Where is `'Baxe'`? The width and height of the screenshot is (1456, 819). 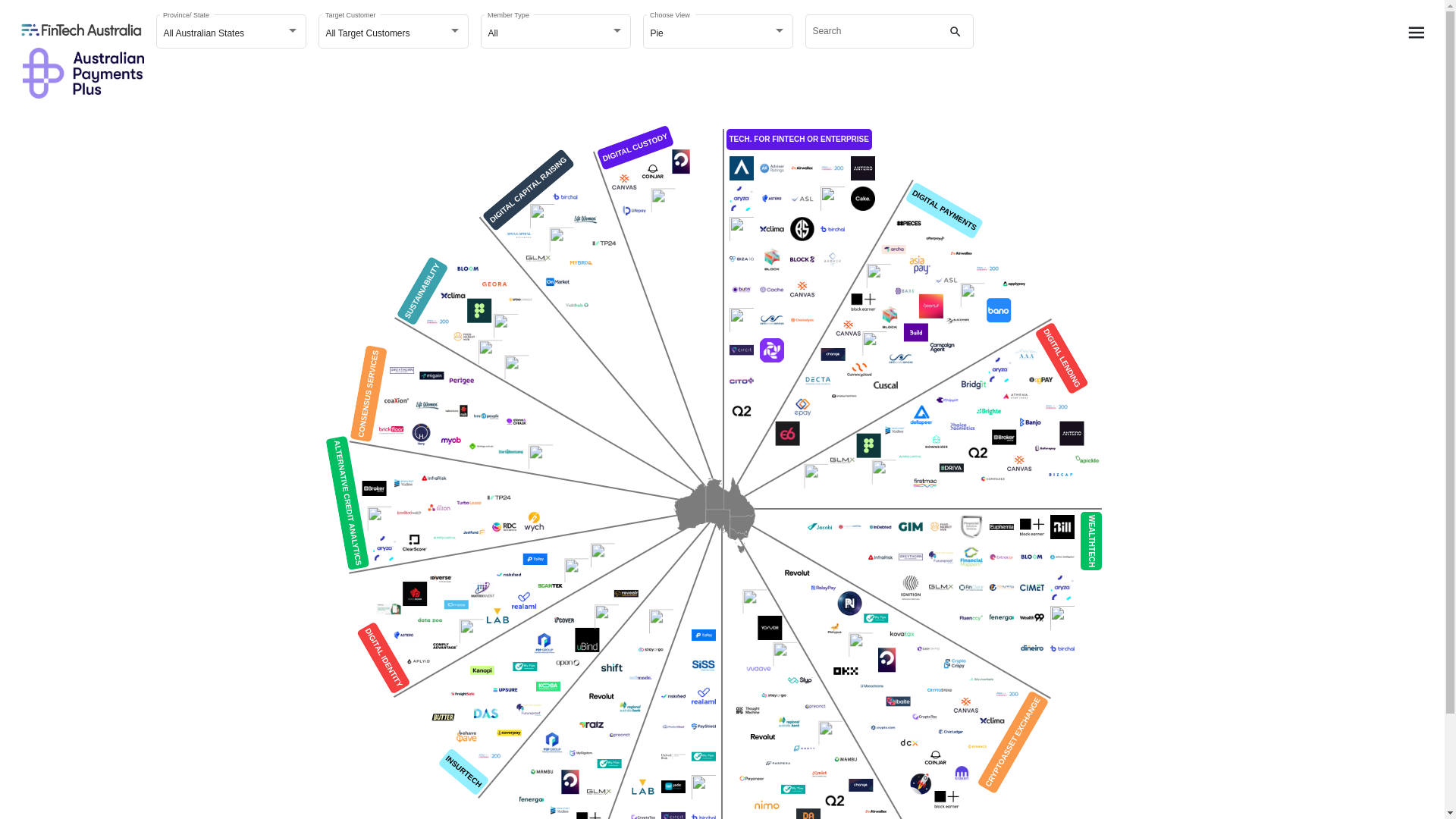 'Baxe' is located at coordinates (905, 291).